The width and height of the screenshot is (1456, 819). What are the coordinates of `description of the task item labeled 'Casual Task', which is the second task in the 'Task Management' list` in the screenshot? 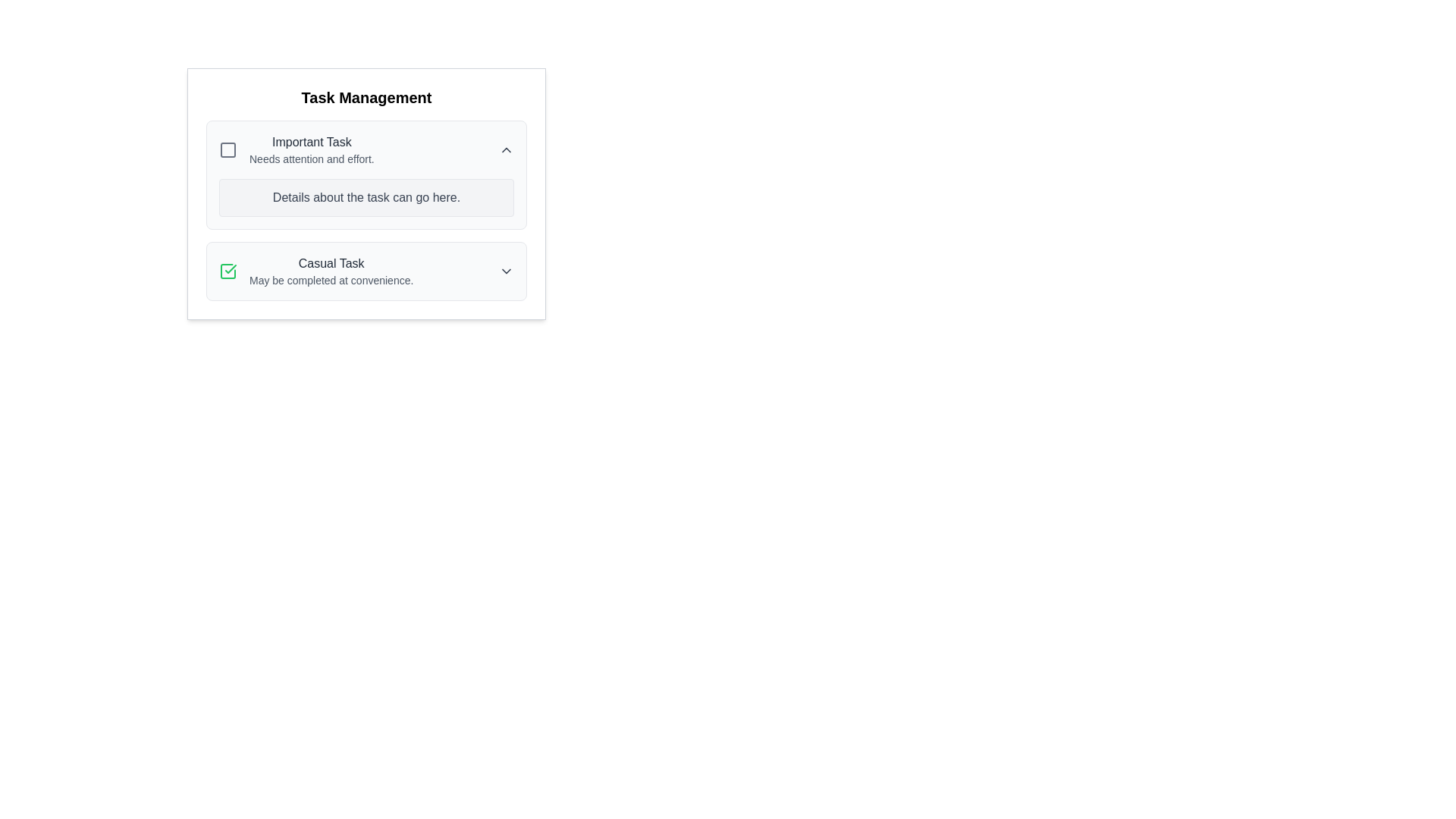 It's located at (315, 271).